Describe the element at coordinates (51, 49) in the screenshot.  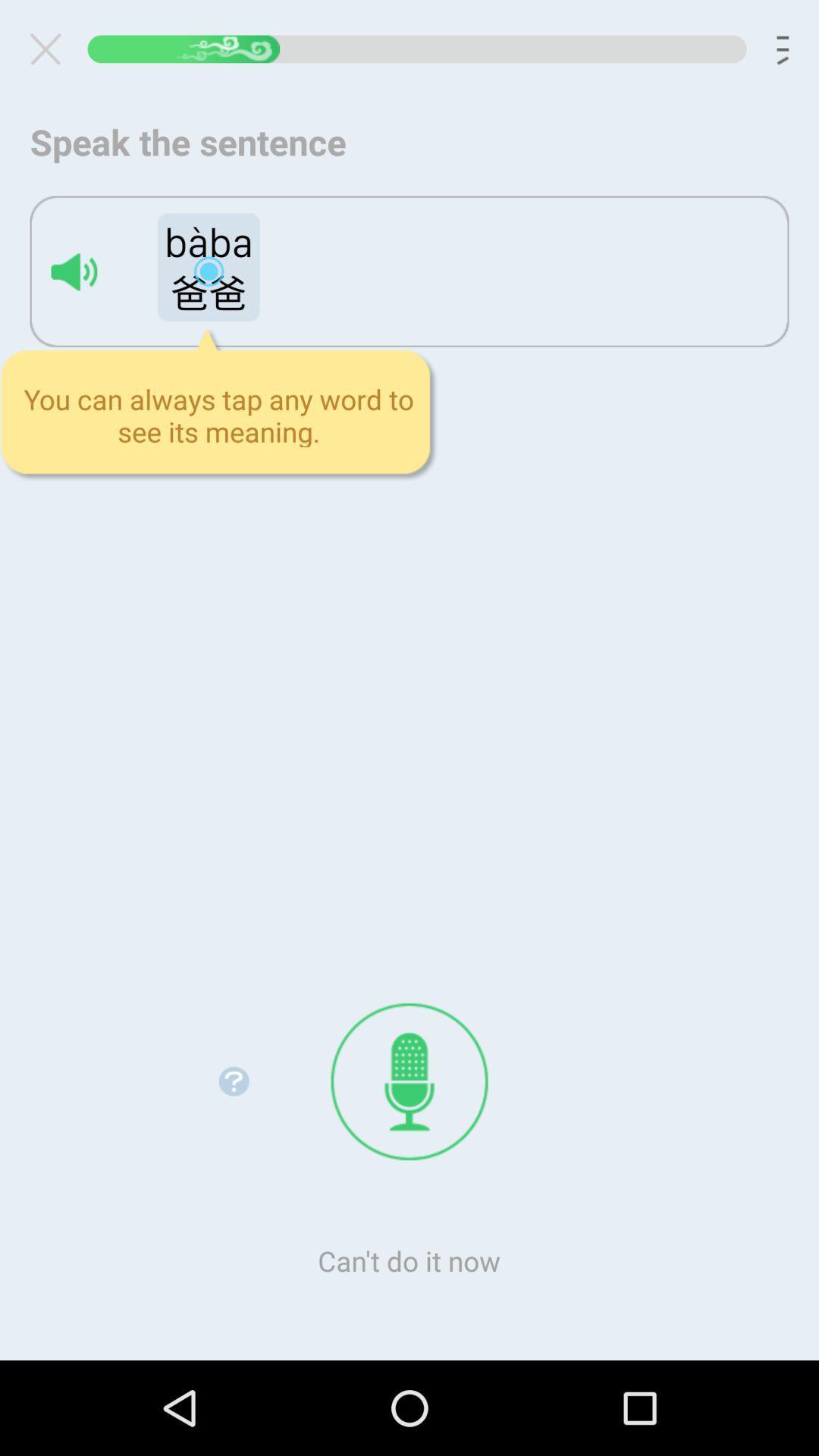
I see `exit out` at that location.